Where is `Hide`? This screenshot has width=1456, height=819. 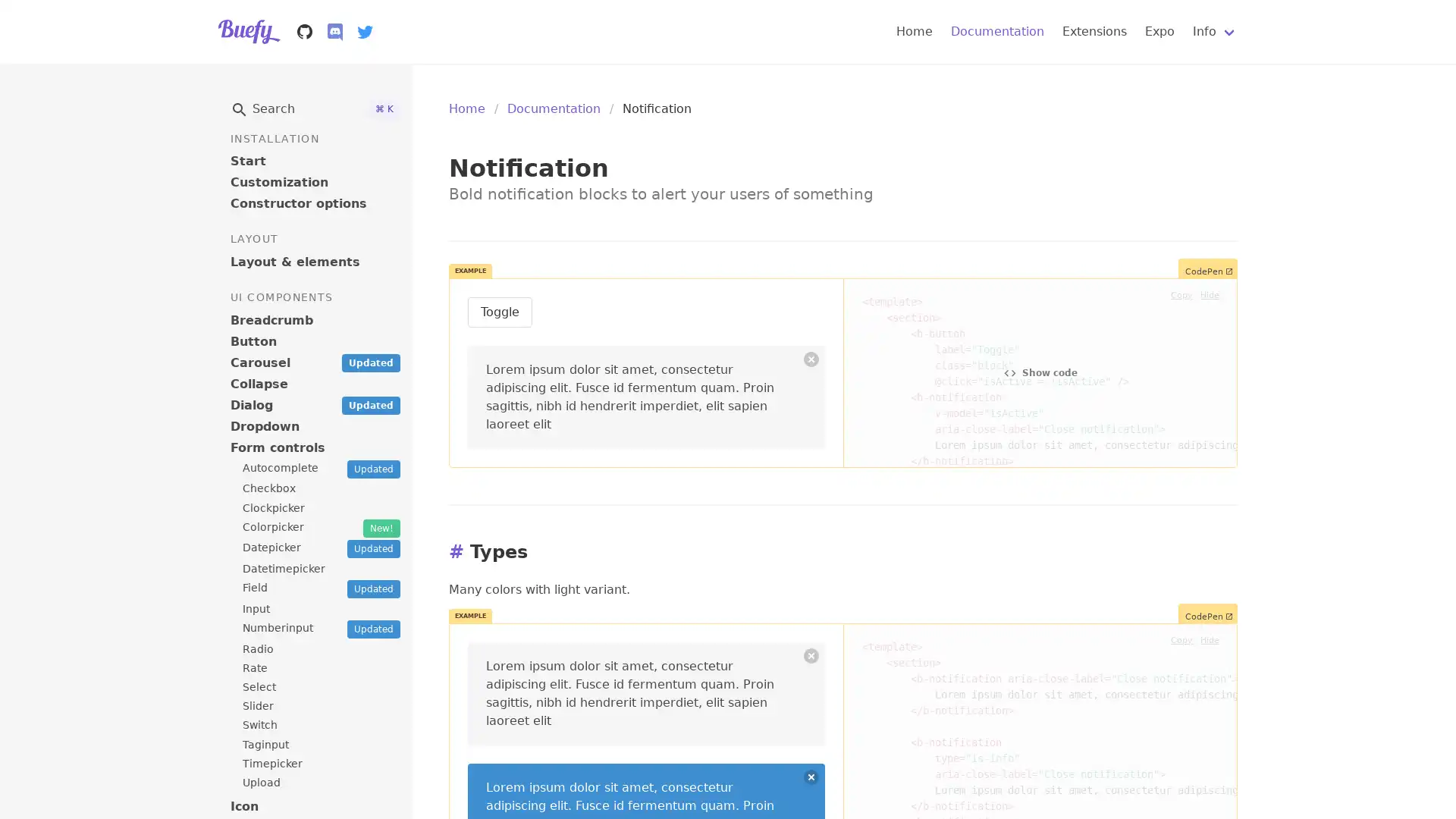
Hide is located at coordinates (1209, 637).